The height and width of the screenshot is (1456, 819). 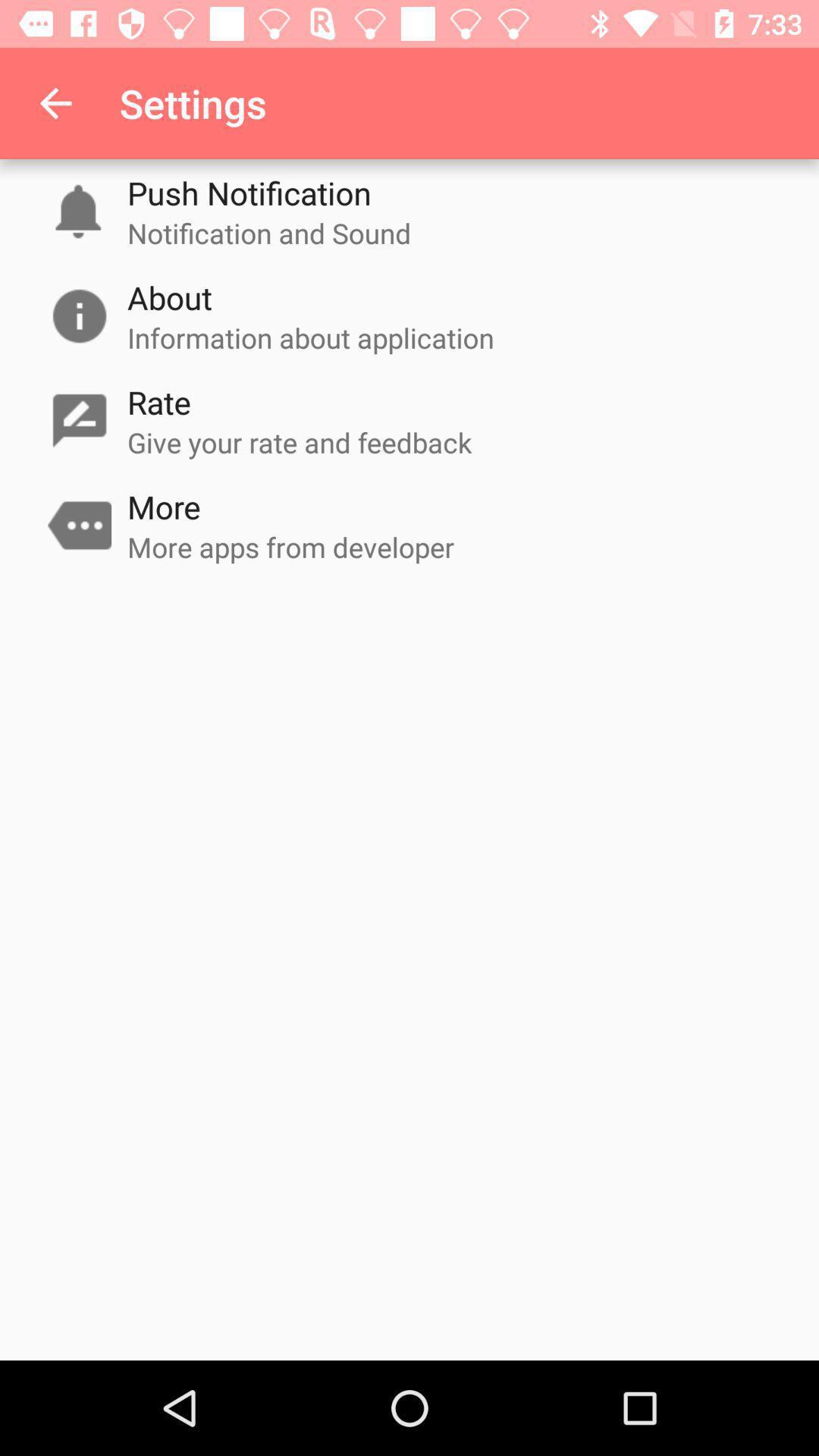 What do you see at coordinates (268, 232) in the screenshot?
I see `the notification and sound` at bounding box center [268, 232].